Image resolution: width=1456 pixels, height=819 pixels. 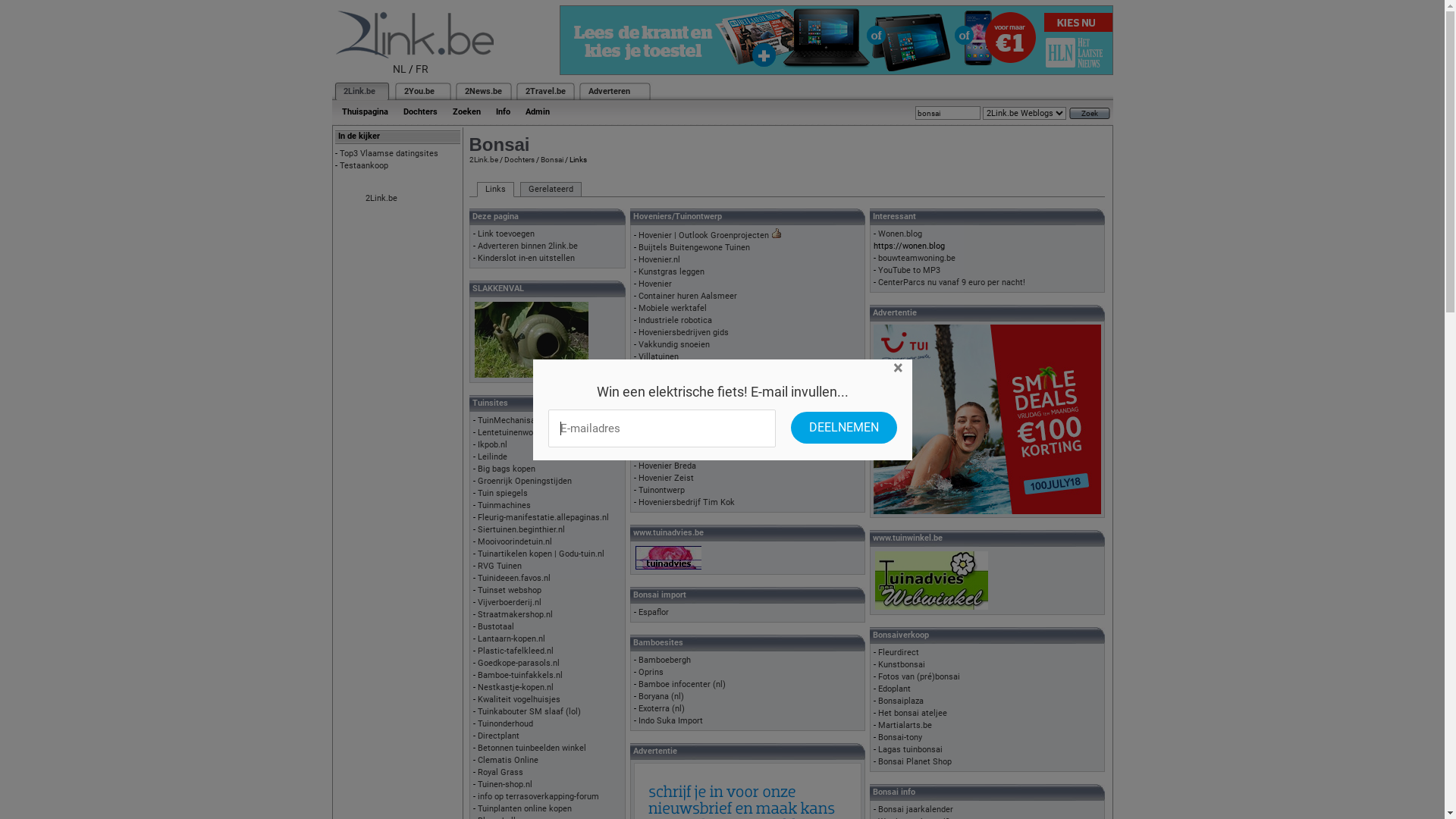 What do you see at coordinates (514, 541) in the screenshot?
I see `'Mooivoorindetuin.nl'` at bounding box center [514, 541].